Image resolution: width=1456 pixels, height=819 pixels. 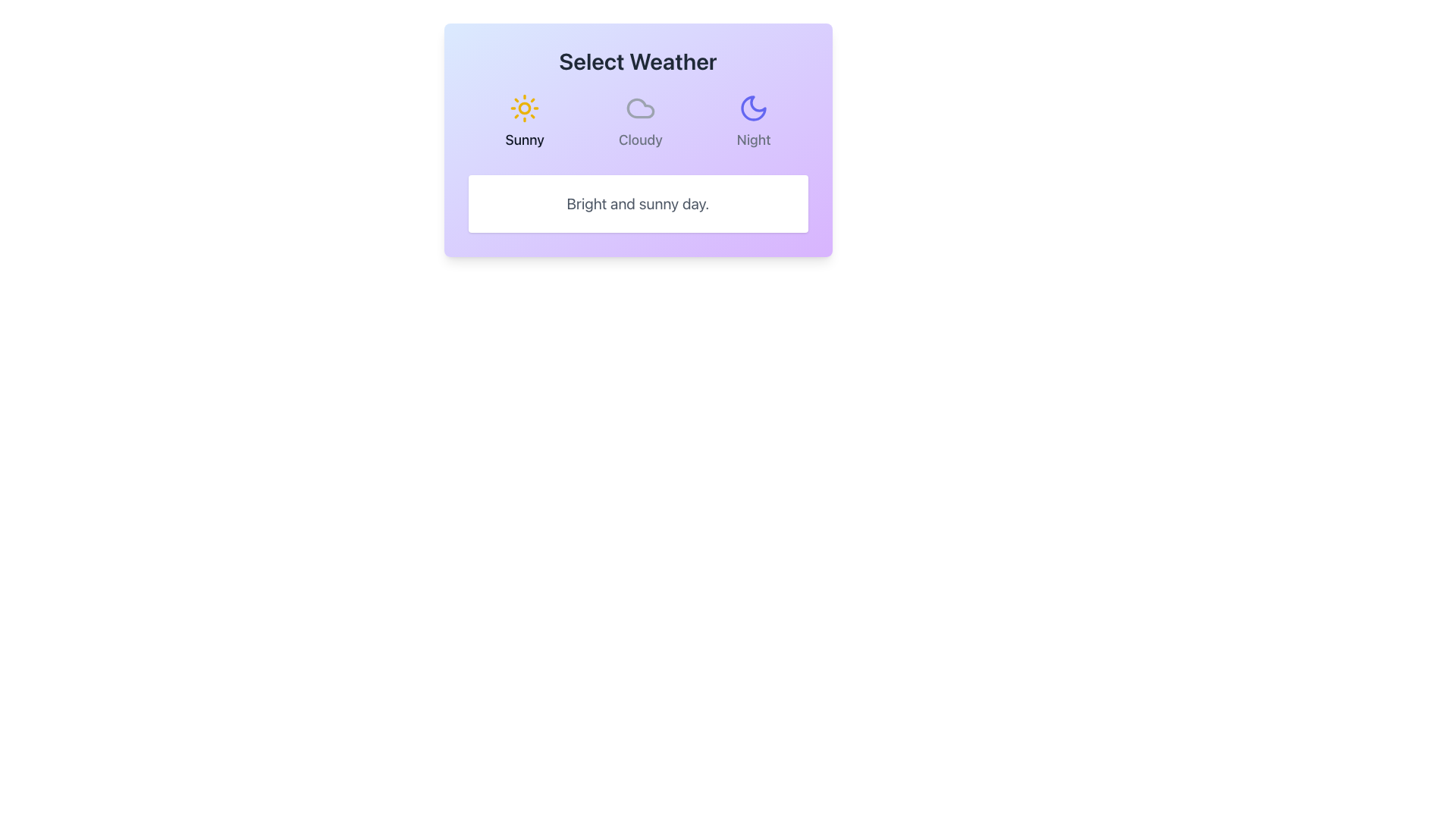 I want to click on descriptive static text displaying the weather condition 'sunny' located within the 'Select Weather' card, positioned below the weather options, so click(x=638, y=203).